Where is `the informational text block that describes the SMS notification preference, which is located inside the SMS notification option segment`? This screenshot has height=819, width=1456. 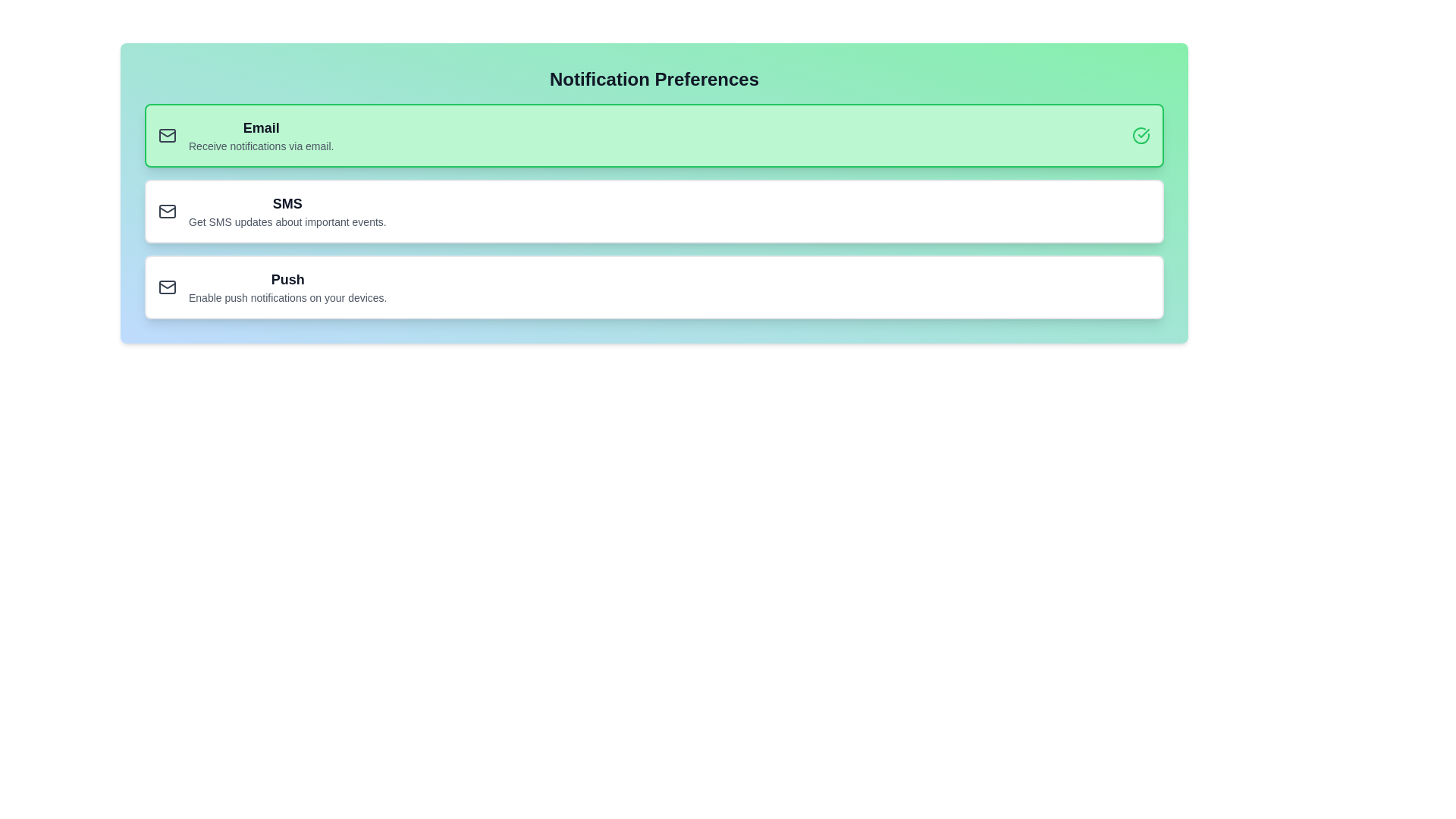 the informational text block that describes the SMS notification preference, which is located inside the SMS notification option segment is located at coordinates (287, 211).